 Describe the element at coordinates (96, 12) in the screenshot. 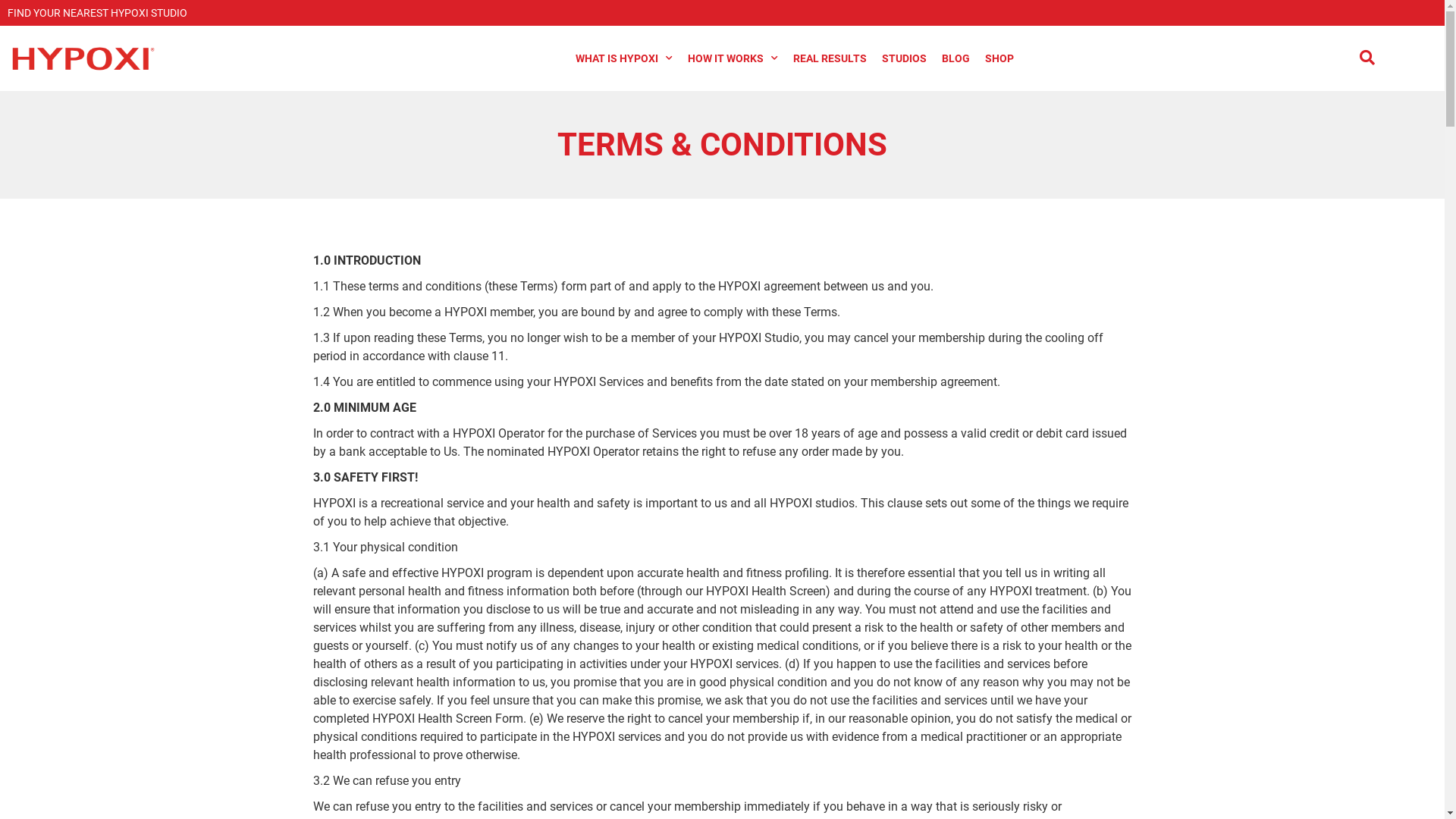

I see `'FIND YOUR NEAREST HYPOXI STUDIO'` at that location.